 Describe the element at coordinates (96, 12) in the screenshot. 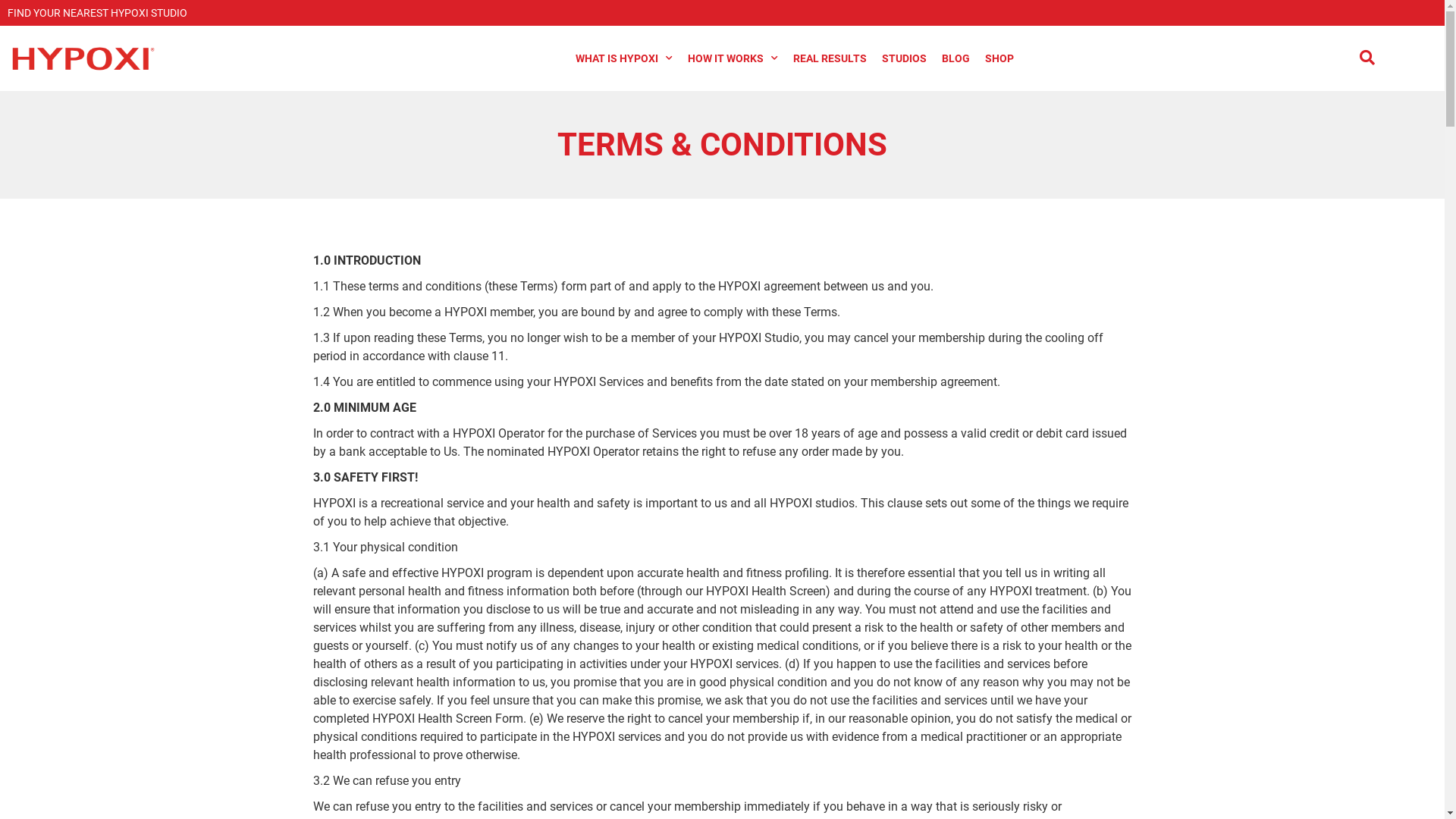

I see `'FIND YOUR NEAREST HYPOXI STUDIO'` at that location.